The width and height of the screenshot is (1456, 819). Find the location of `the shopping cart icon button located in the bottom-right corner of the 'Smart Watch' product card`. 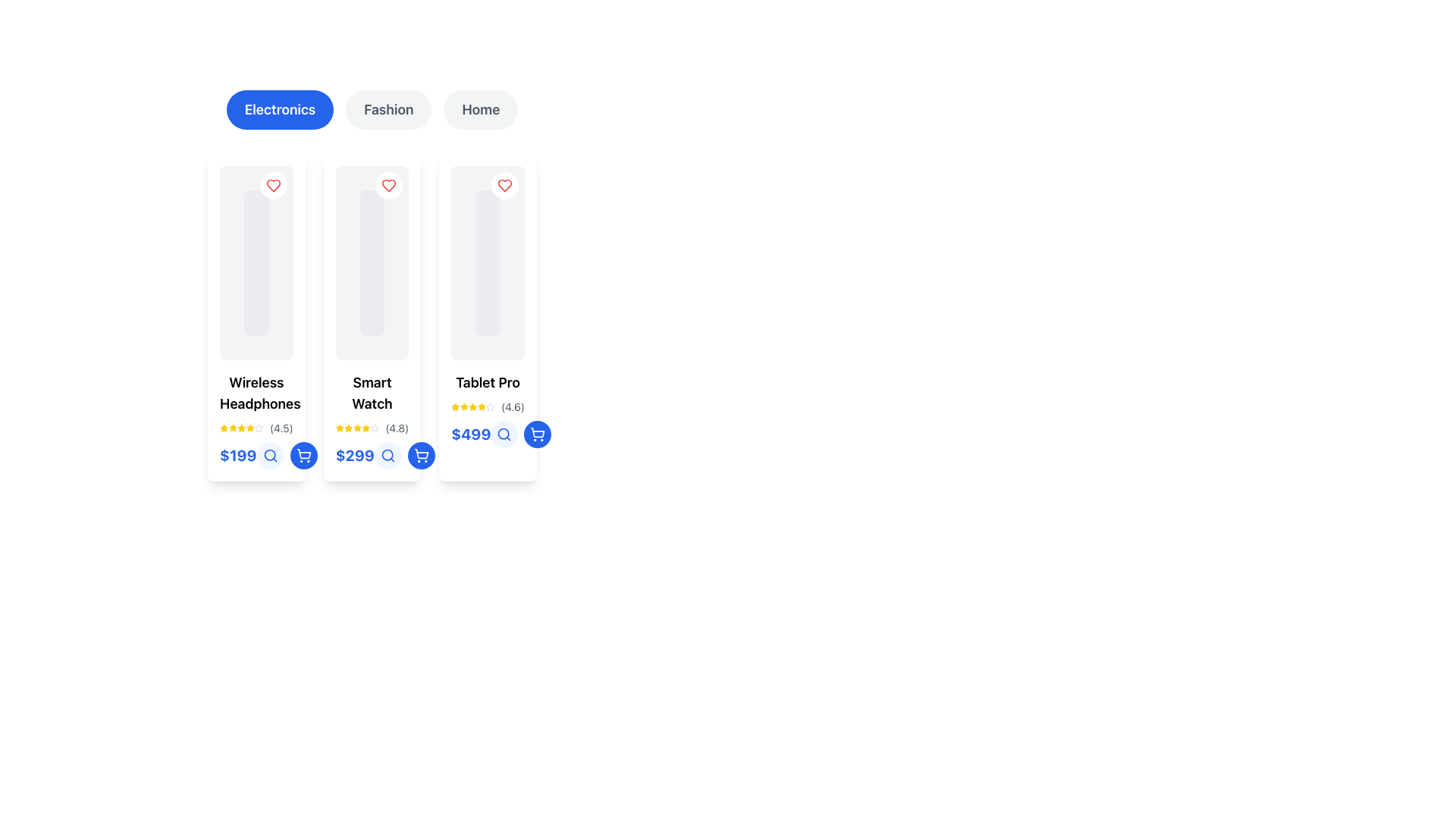

the shopping cart icon button located in the bottom-right corner of the 'Smart Watch' product card is located at coordinates (303, 455).